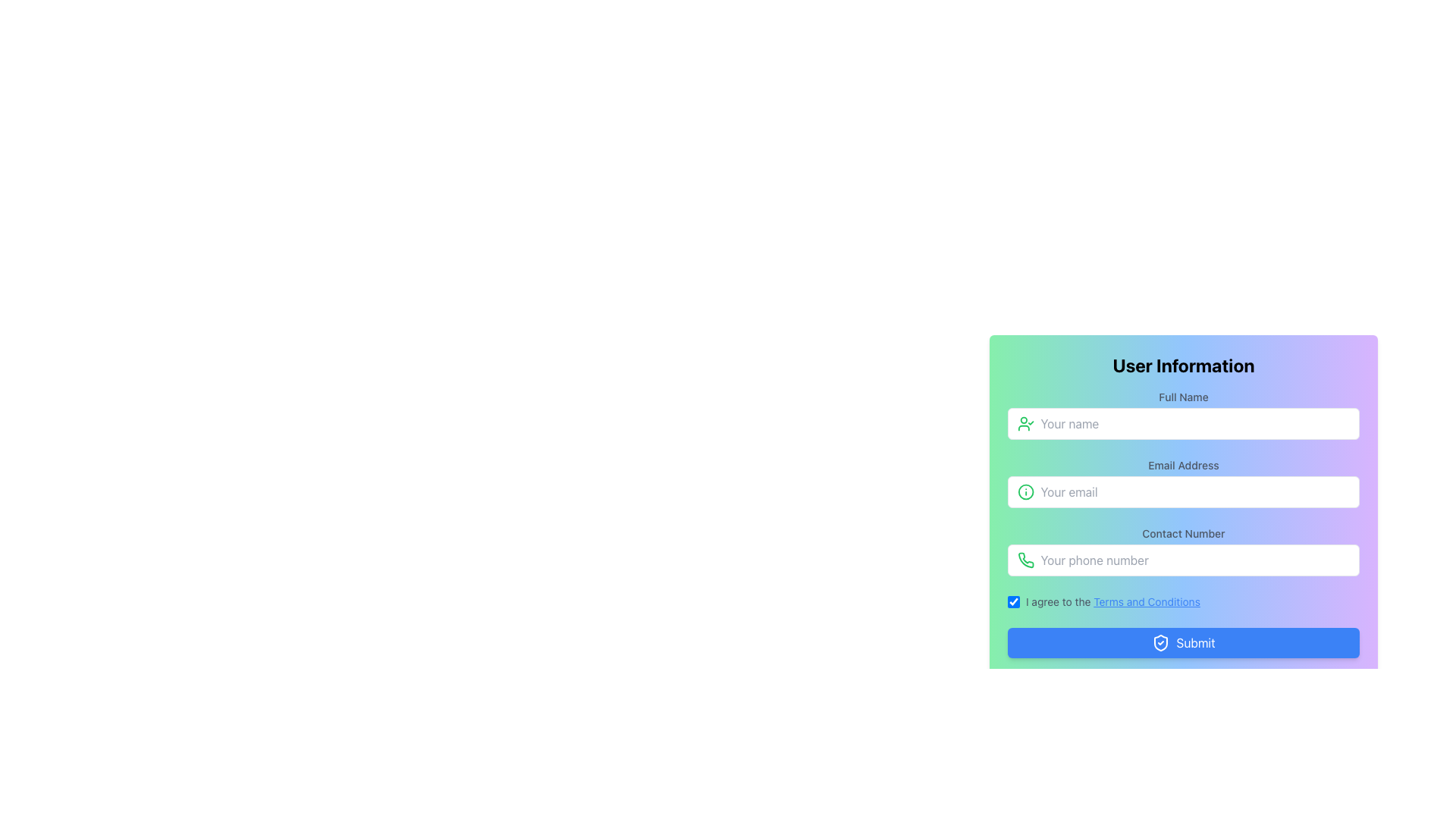  Describe the element at coordinates (1182, 366) in the screenshot. I see `the Text Label located at the top of the form layout card to focus on this section, which indicates the context of the form` at that location.